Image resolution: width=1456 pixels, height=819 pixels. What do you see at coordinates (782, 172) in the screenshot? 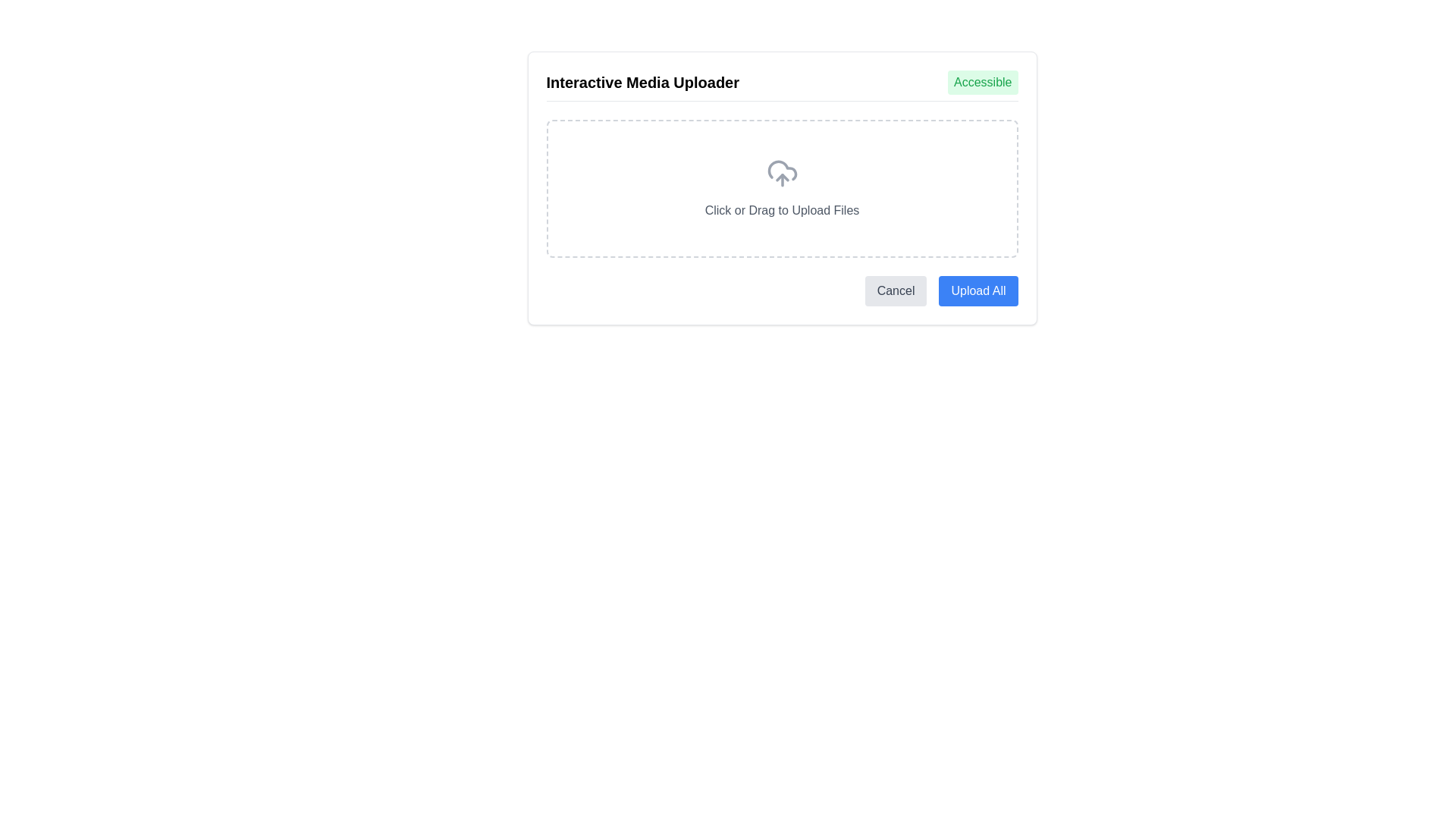
I see `the design of the cloud icon with an upward arrow, which indicates upload functionality, positioned above the text 'Click or Drag to Upload Files'` at bounding box center [782, 172].